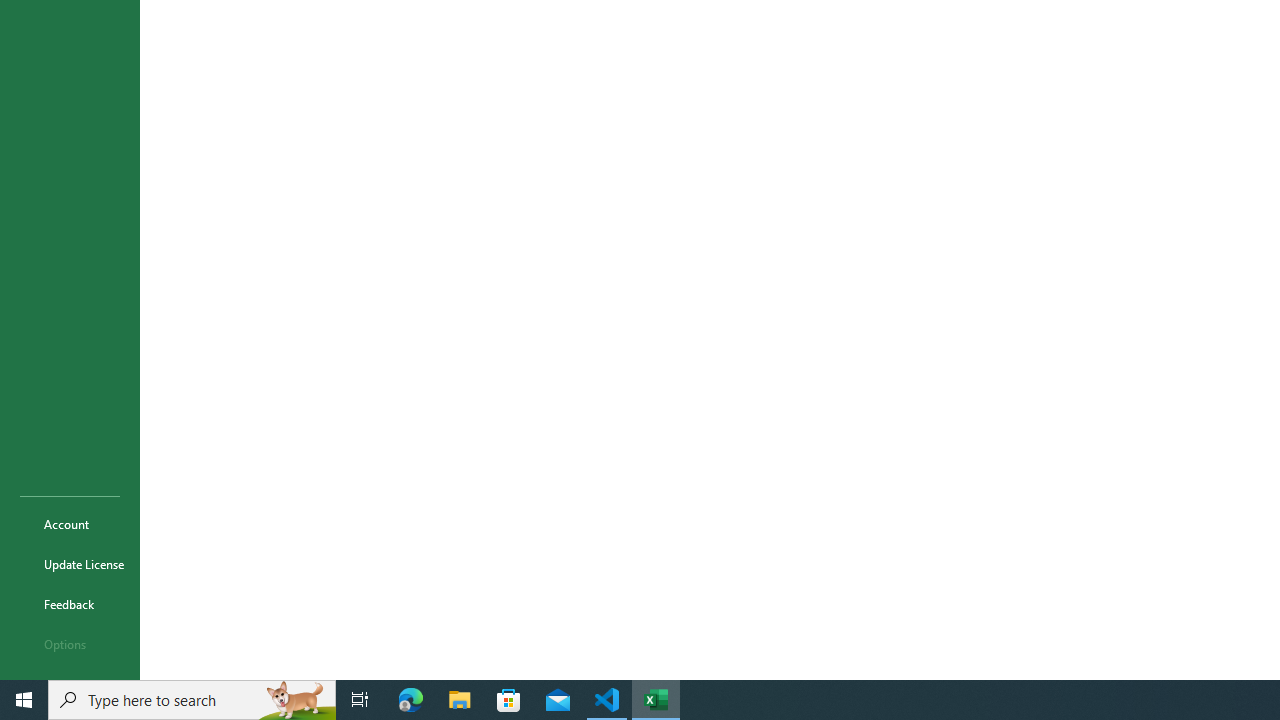 The height and width of the screenshot is (720, 1280). What do you see at coordinates (410, 698) in the screenshot?
I see `'Microsoft Edge'` at bounding box center [410, 698].